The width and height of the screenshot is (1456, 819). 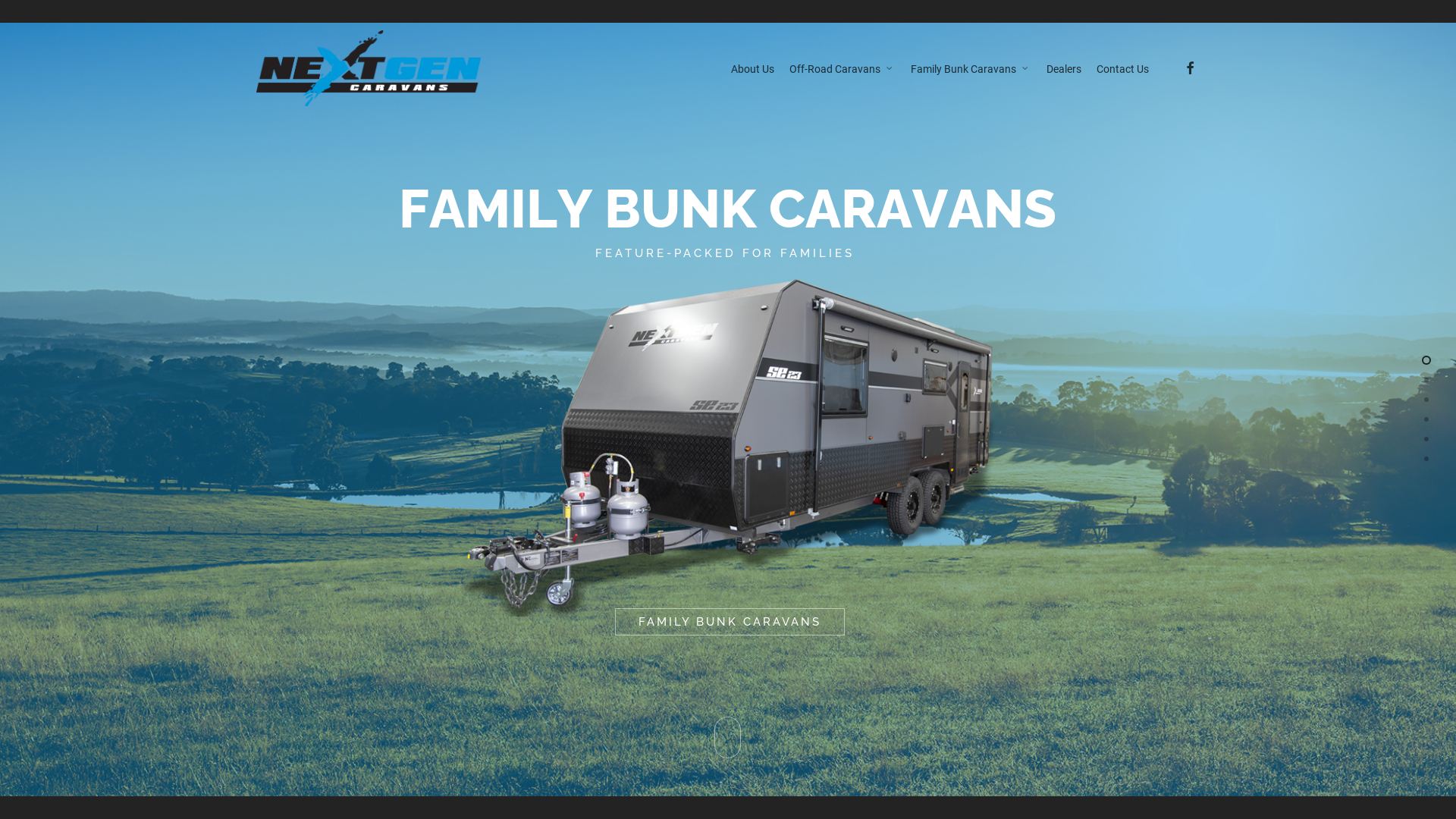 I want to click on 'Dealers', so click(x=1062, y=67).